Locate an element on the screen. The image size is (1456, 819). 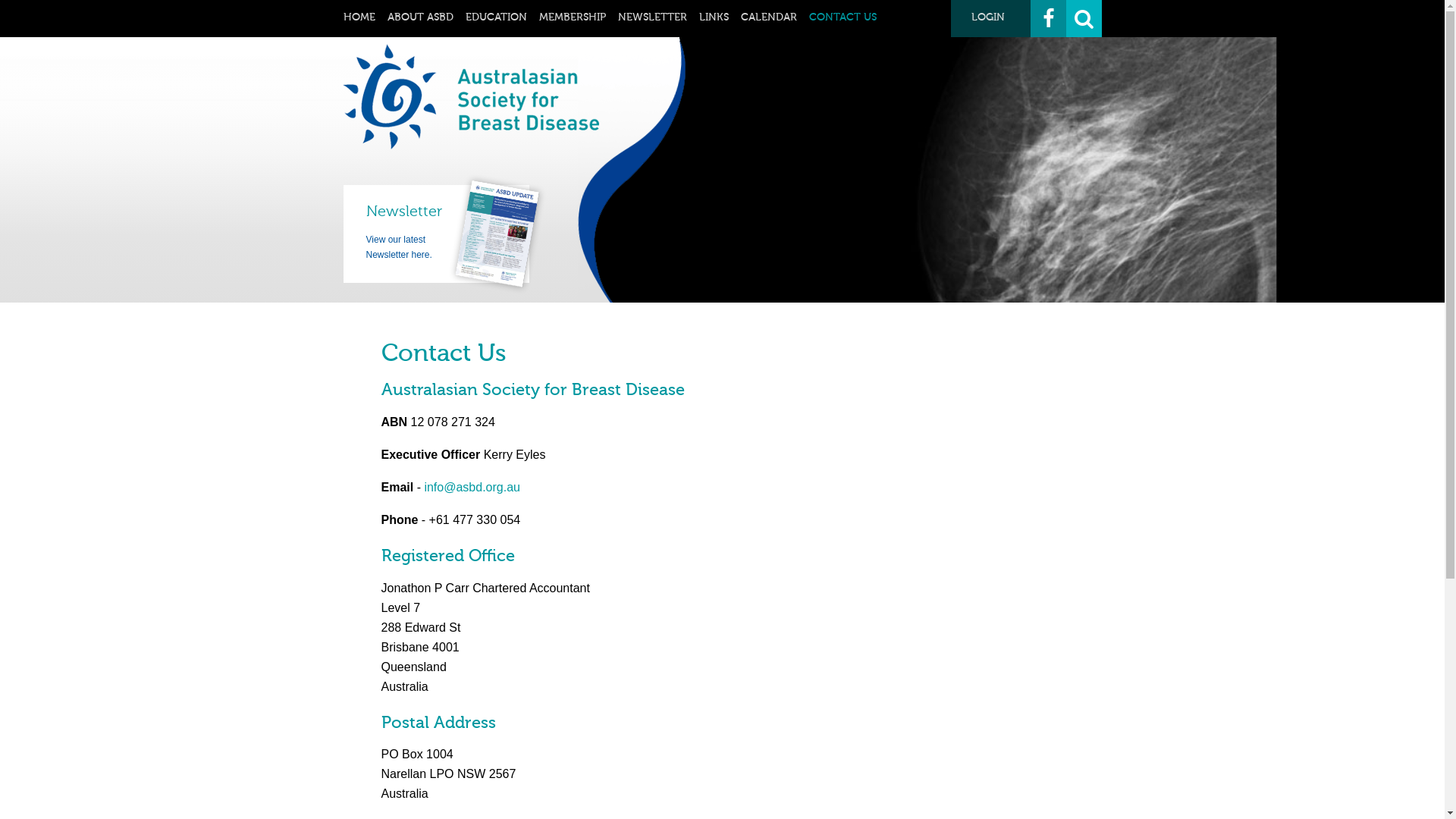
'CALENDAR' is located at coordinates (739, 17).